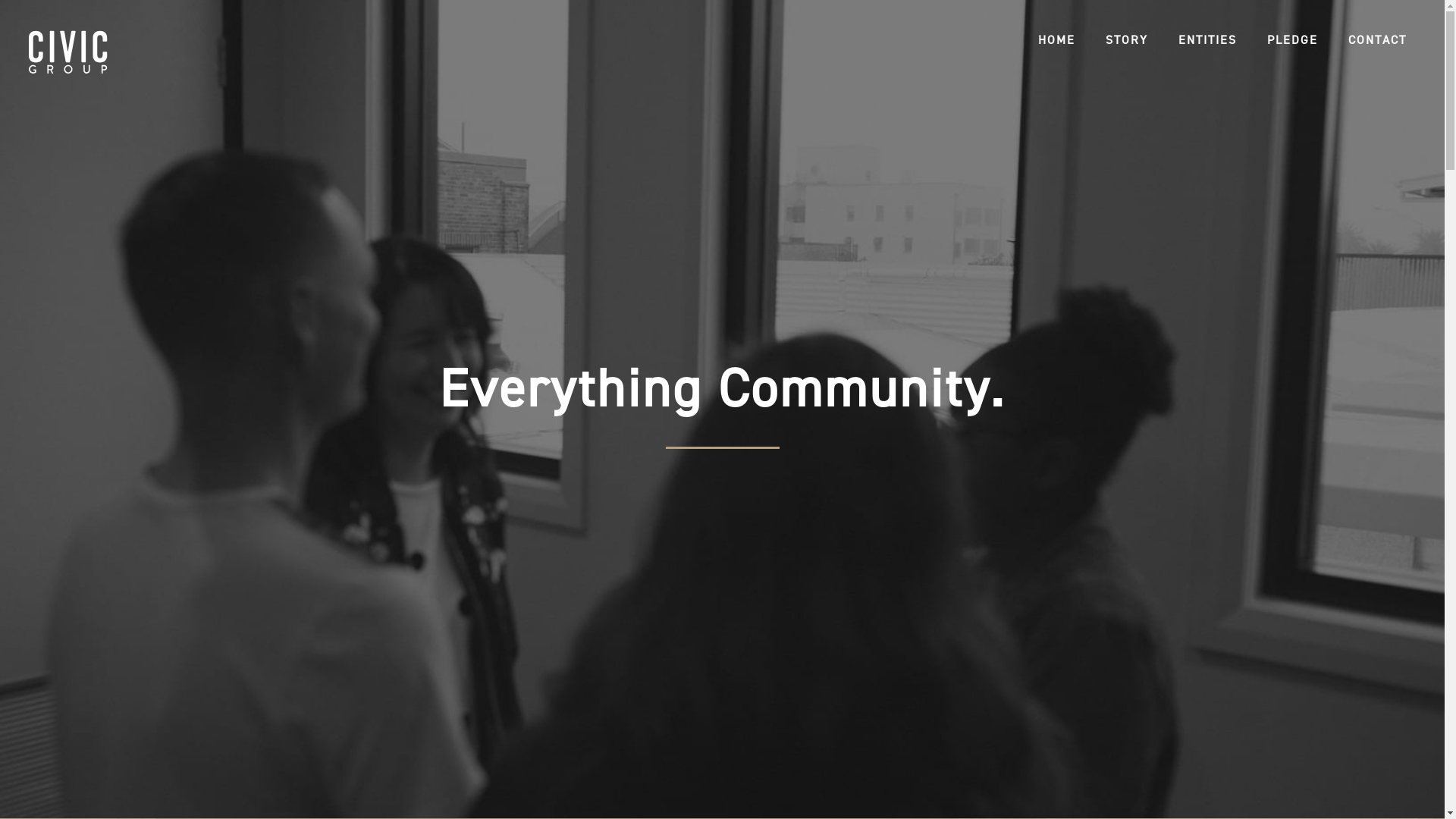 This screenshot has width=1456, height=819. What do you see at coordinates (1056, 39) in the screenshot?
I see `'HOME'` at bounding box center [1056, 39].